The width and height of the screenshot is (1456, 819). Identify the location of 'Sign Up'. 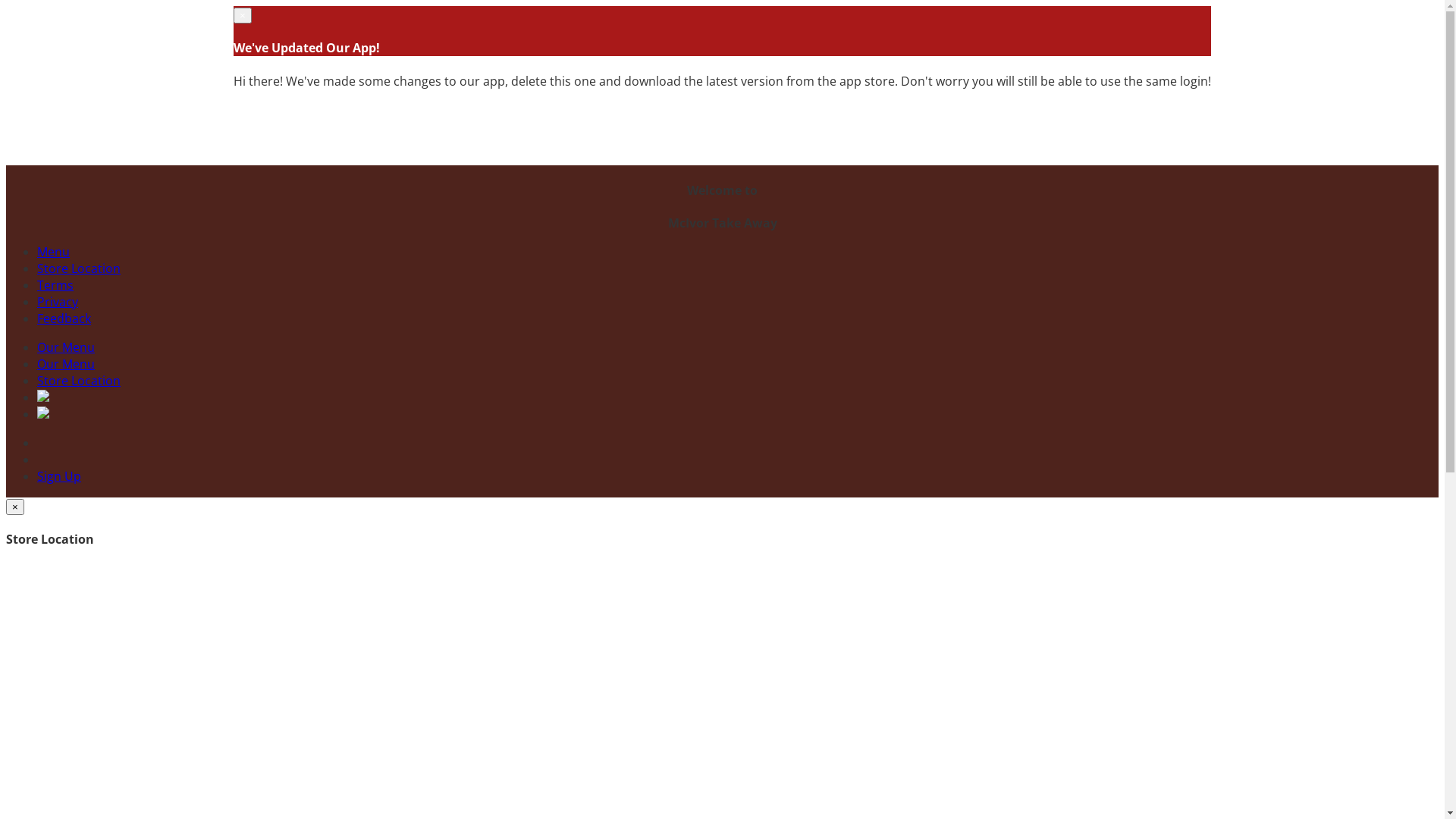
(58, 475).